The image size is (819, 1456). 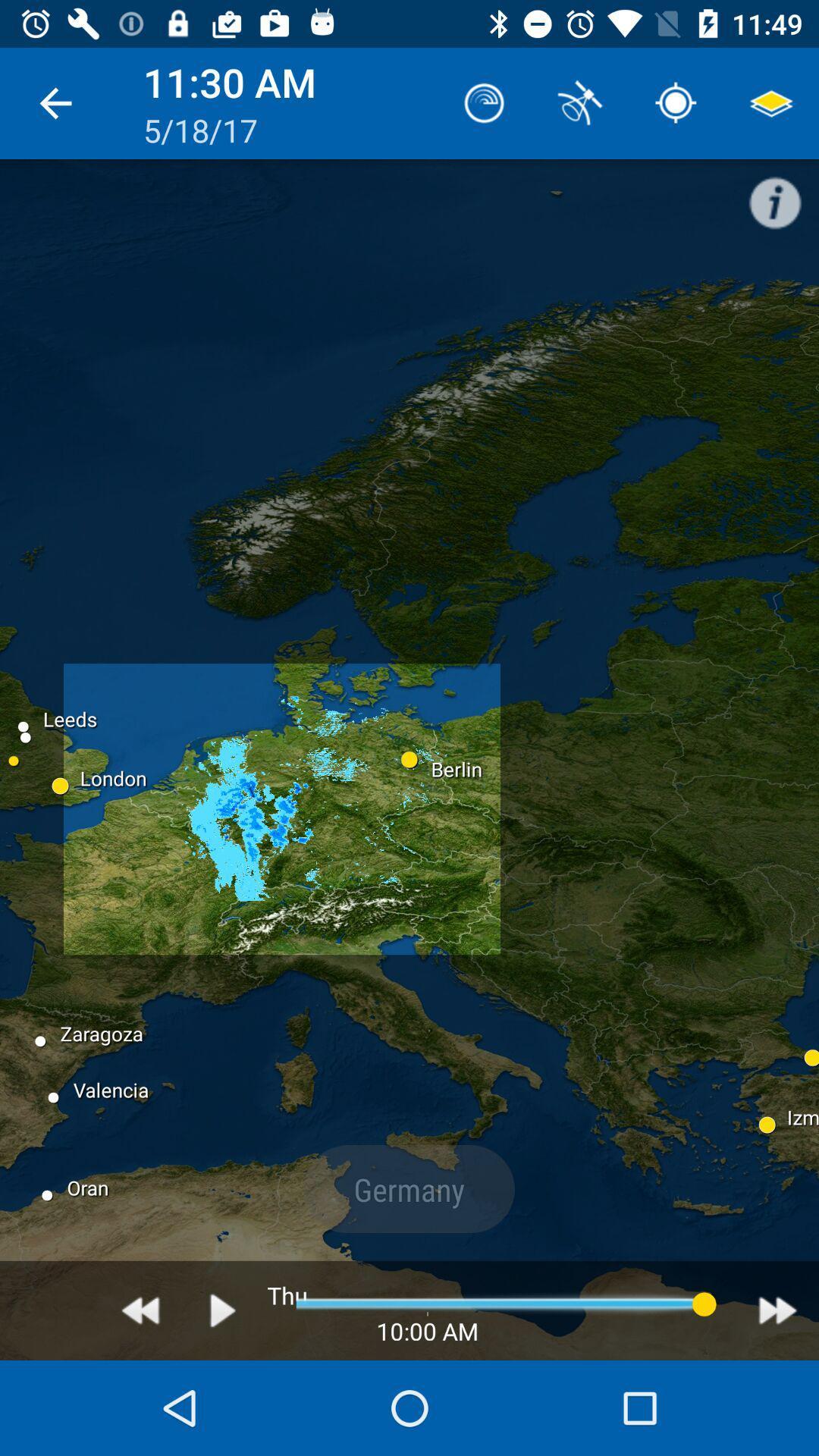 What do you see at coordinates (777, 1310) in the screenshot?
I see `fast foward` at bounding box center [777, 1310].